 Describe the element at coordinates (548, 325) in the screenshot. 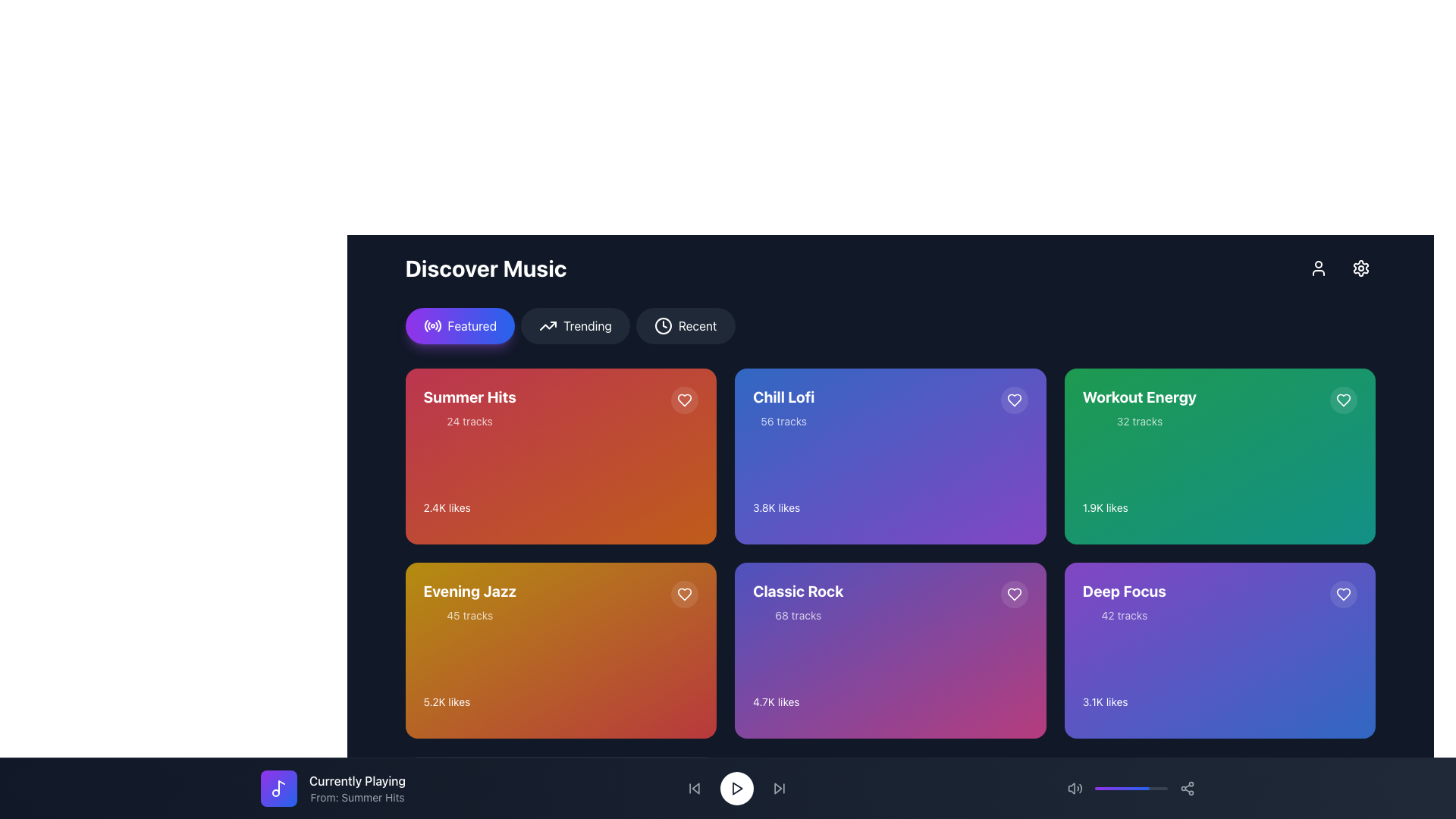

I see `the button` at that location.